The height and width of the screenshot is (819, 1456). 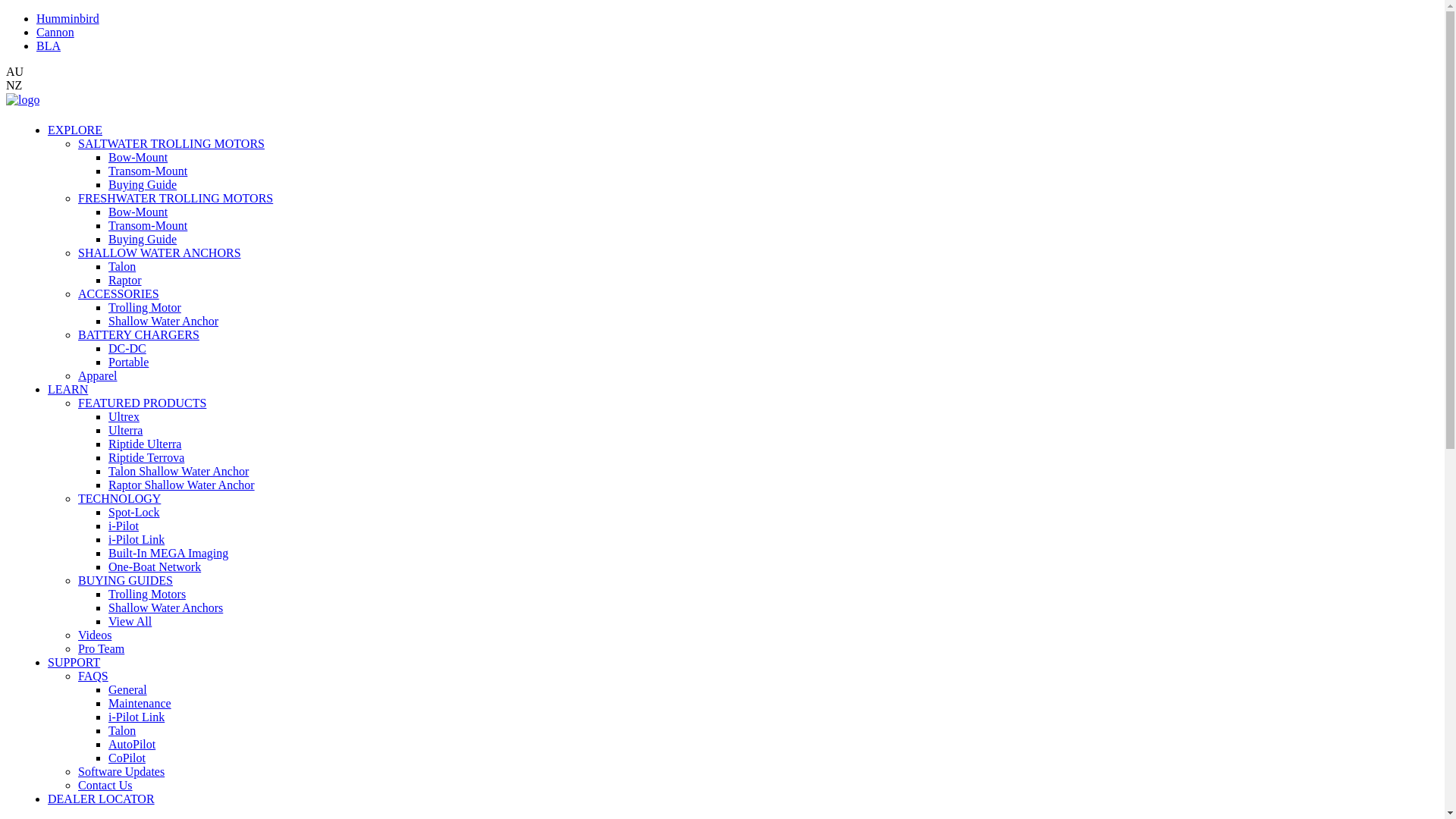 I want to click on 'Contact Us', so click(x=105, y=785).